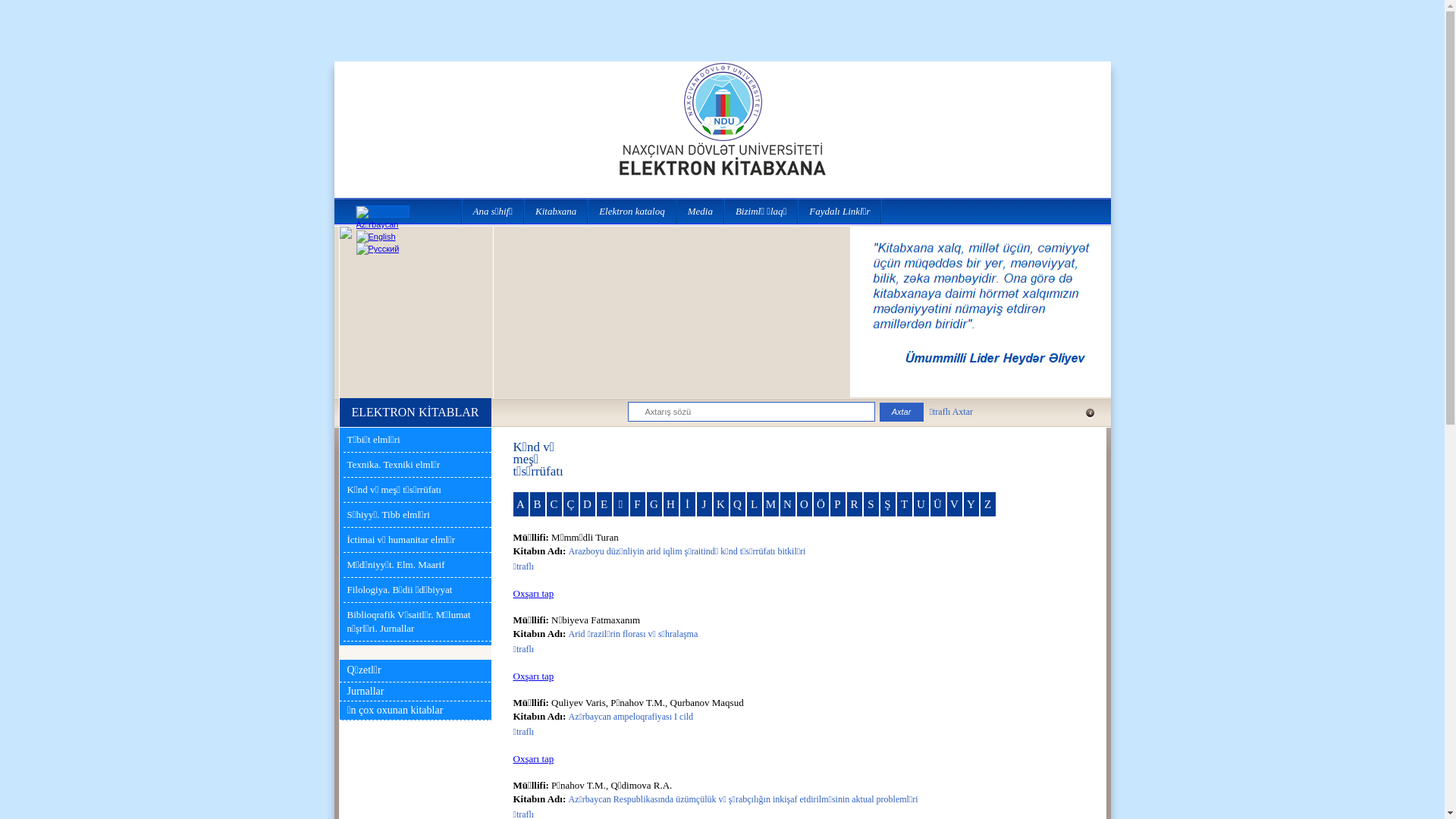 The width and height of the screenshot is (1456, 819). I want to click on 'K', so click(720, 504).